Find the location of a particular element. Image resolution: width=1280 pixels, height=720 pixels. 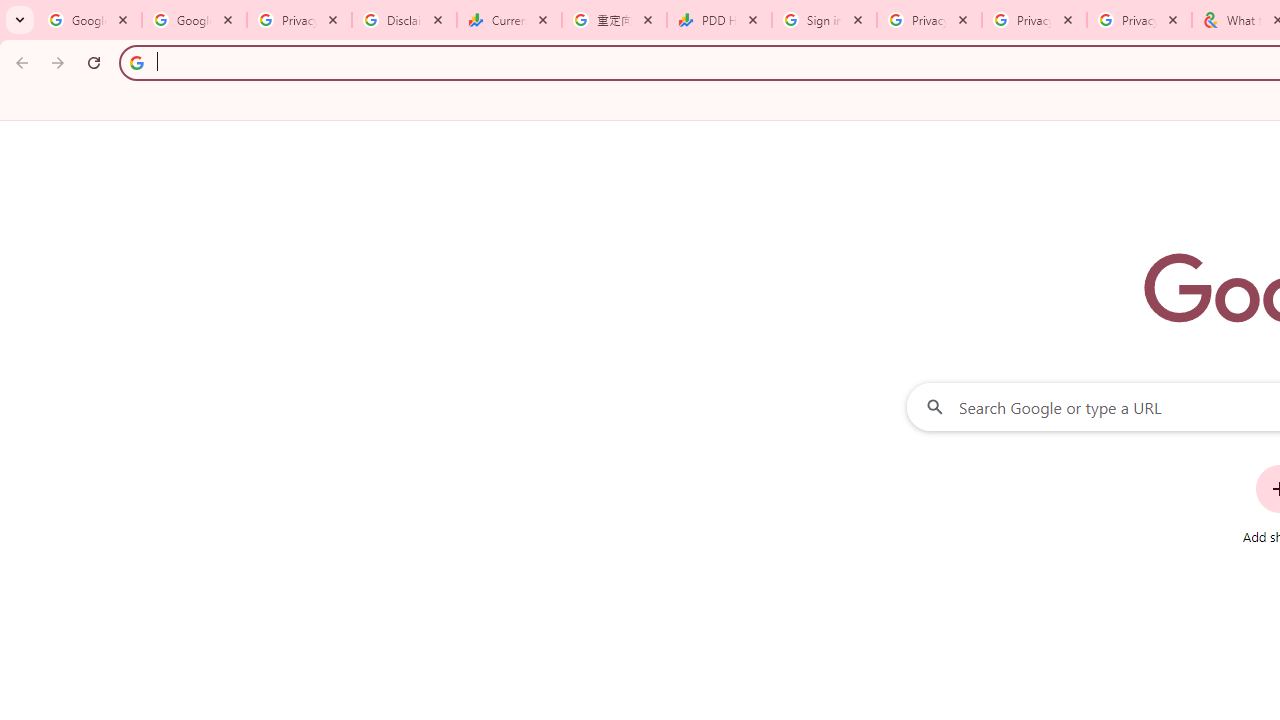

'PDD Holdings Inc - ADR (PDD) Price & News - Google Finance' is located at coordinates (719, 20).